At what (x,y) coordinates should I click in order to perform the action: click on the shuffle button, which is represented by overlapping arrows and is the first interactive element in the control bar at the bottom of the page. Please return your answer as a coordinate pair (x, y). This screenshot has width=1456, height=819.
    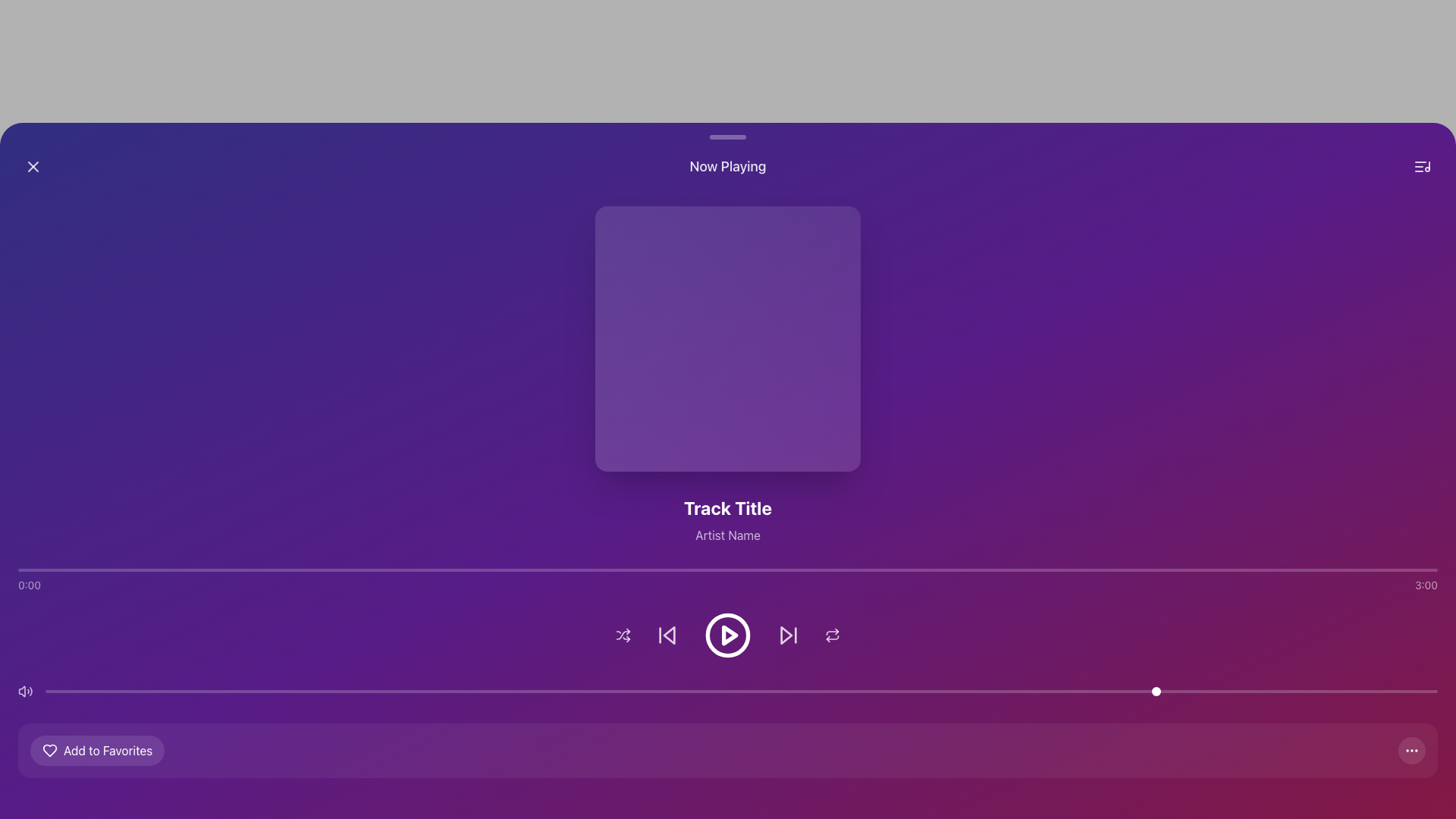
    Looking at the image, I should click on (623, 635).